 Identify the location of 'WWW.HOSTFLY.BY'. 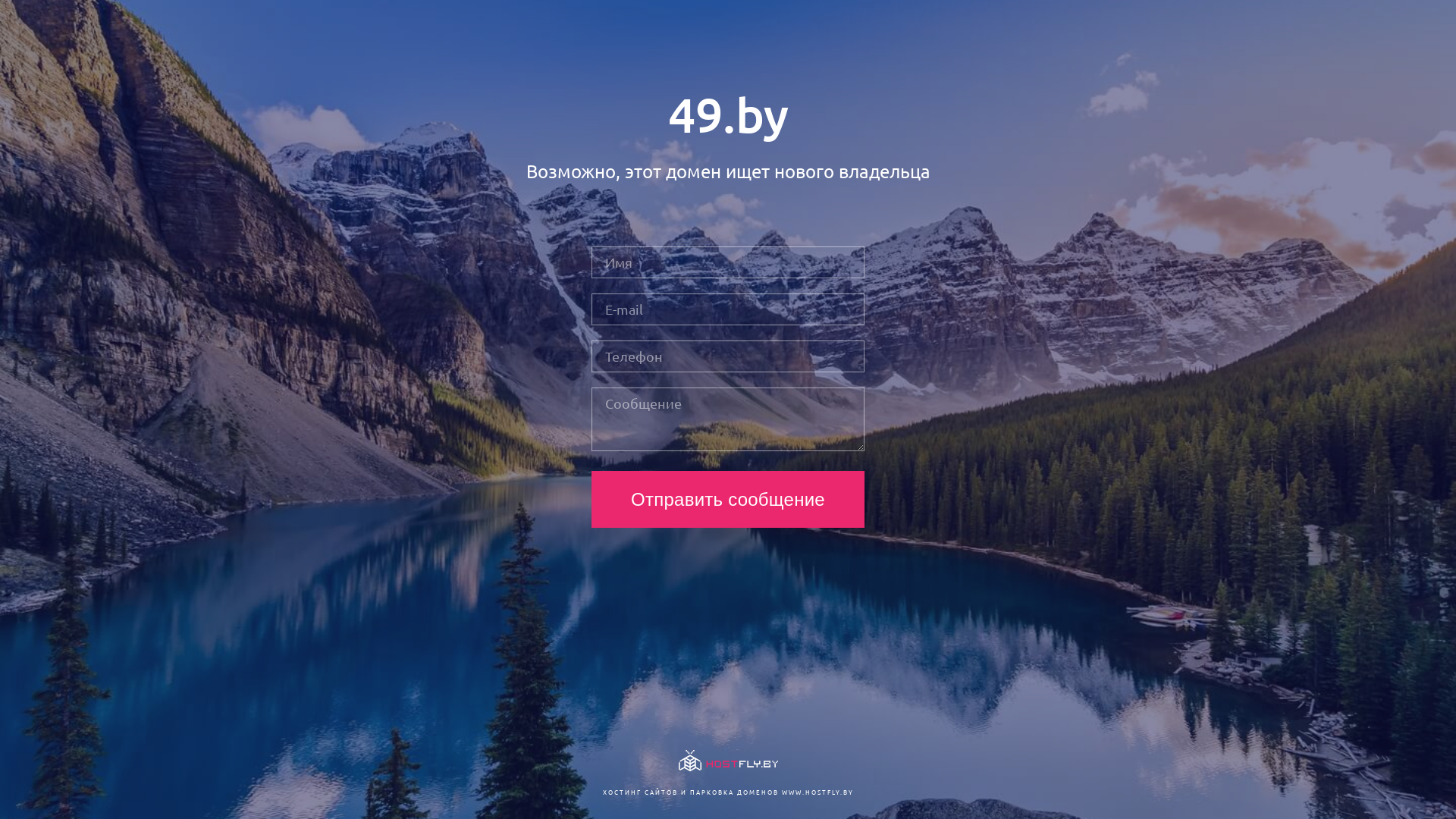
(781, 791).